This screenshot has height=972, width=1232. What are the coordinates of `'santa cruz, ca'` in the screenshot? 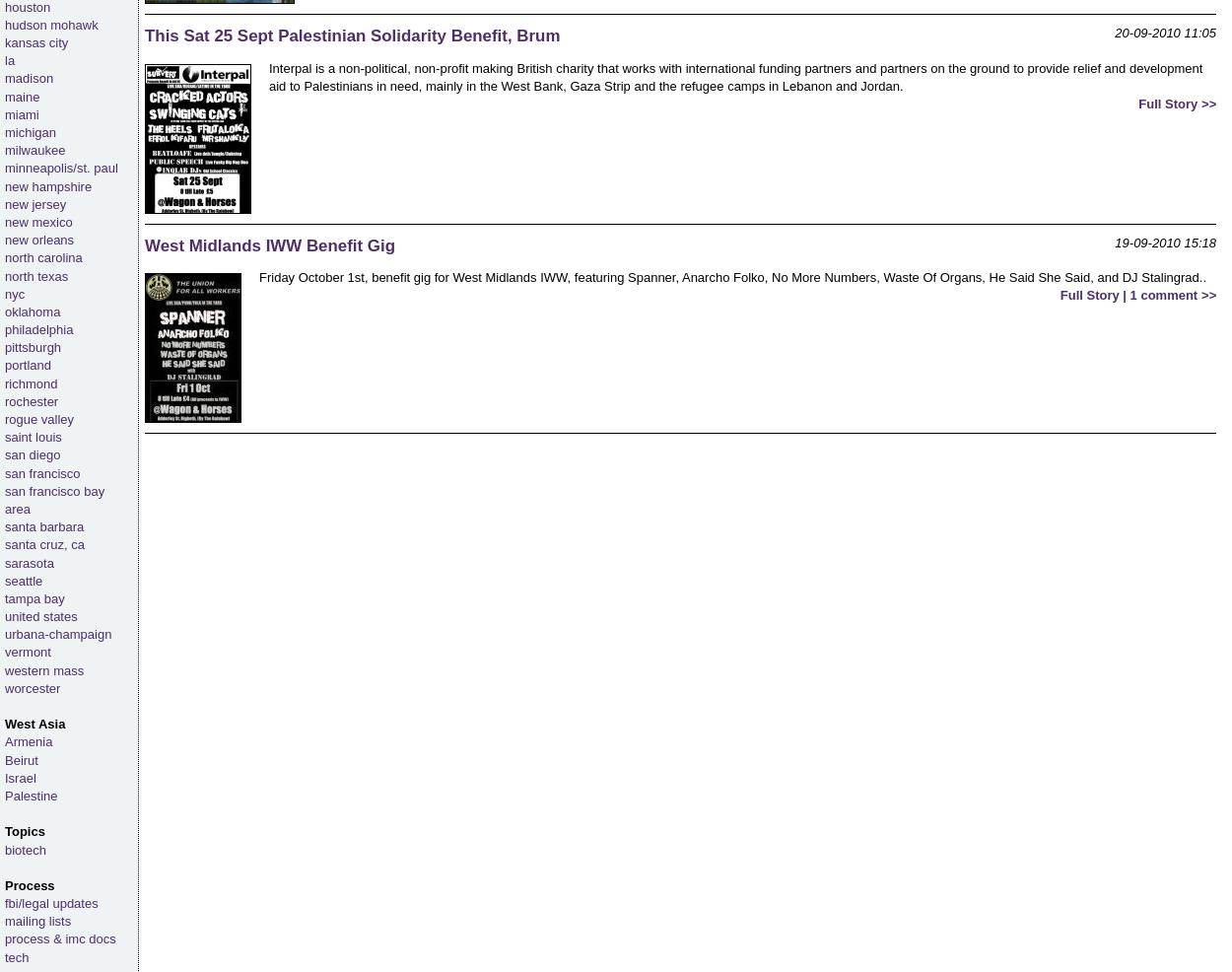 It's located at (44, 543).